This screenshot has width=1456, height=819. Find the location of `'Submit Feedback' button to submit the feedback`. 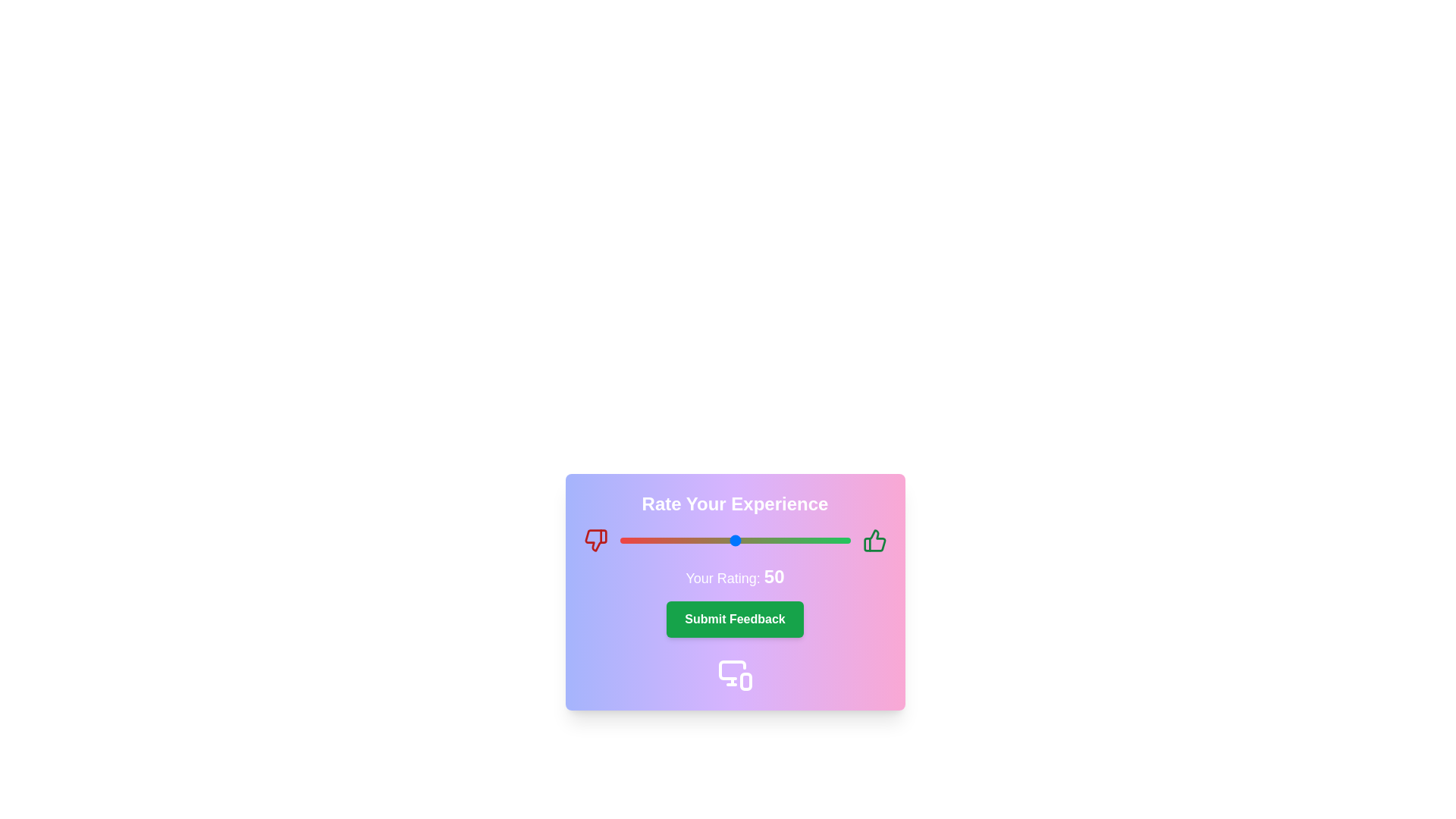

'Submit Feedback' button to submit the feedback is located at coordinates (735, 620).